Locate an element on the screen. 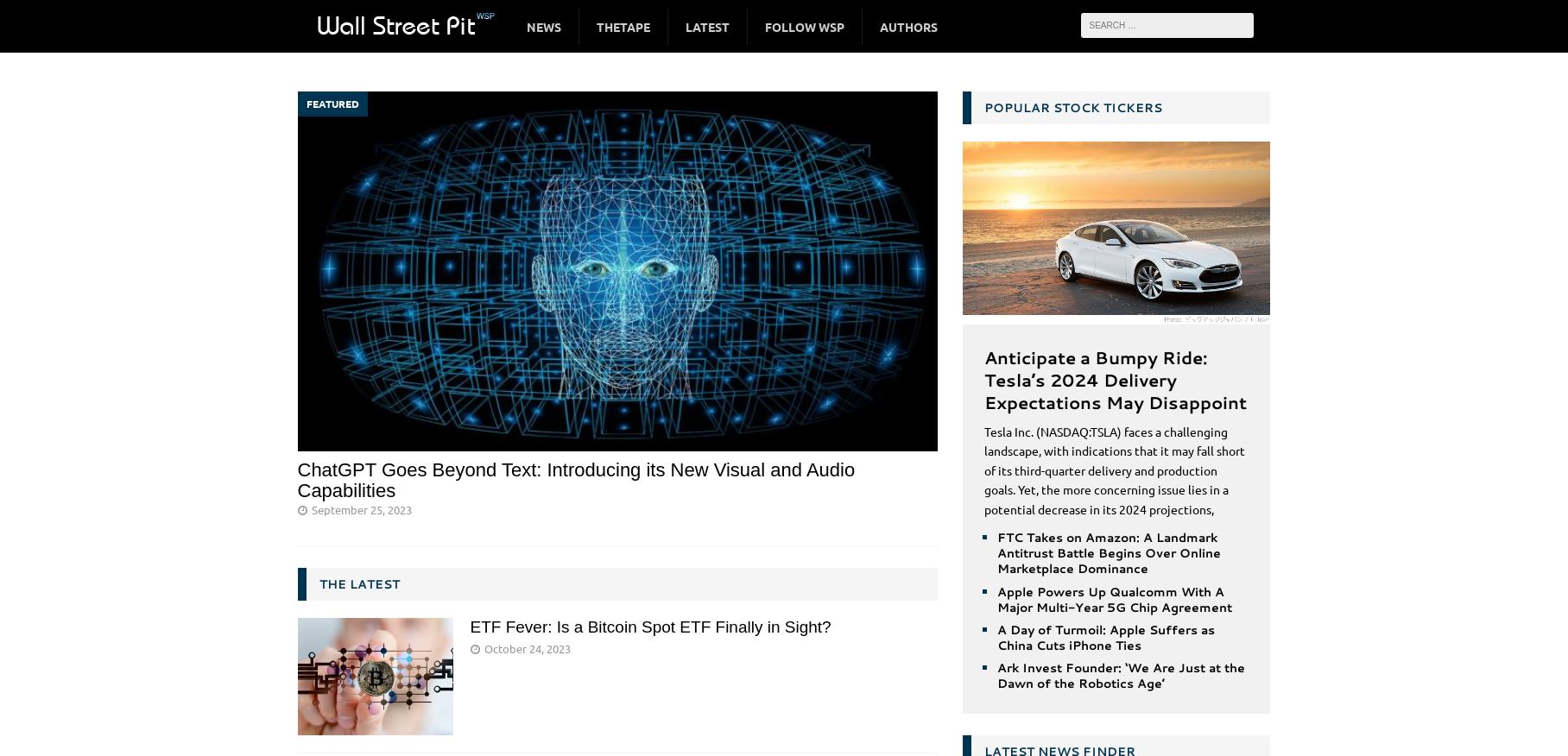  'The Latest' is located at coordinates (357, 583).